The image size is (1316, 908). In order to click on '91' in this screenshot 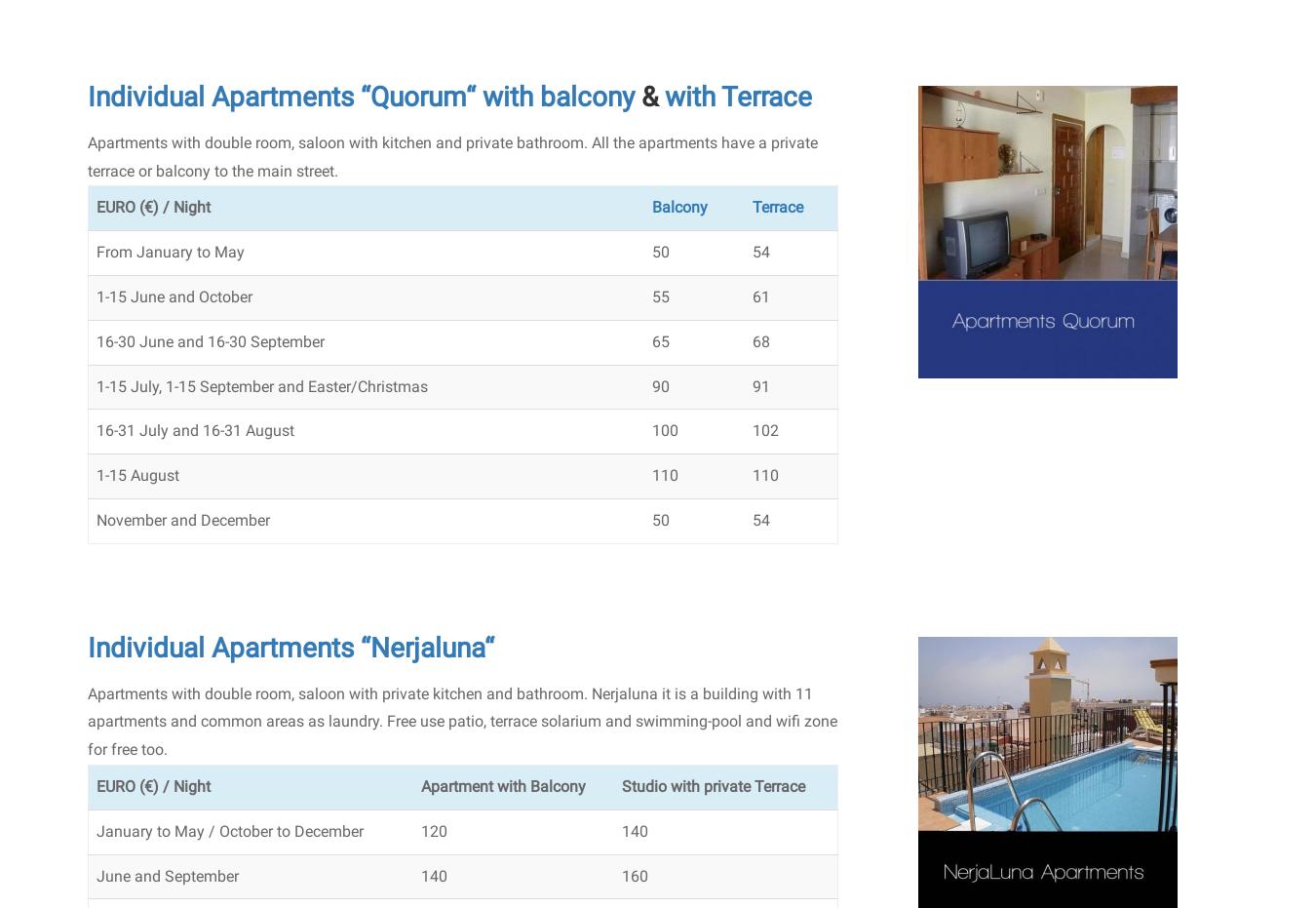, I will do `click(759, 385)`.